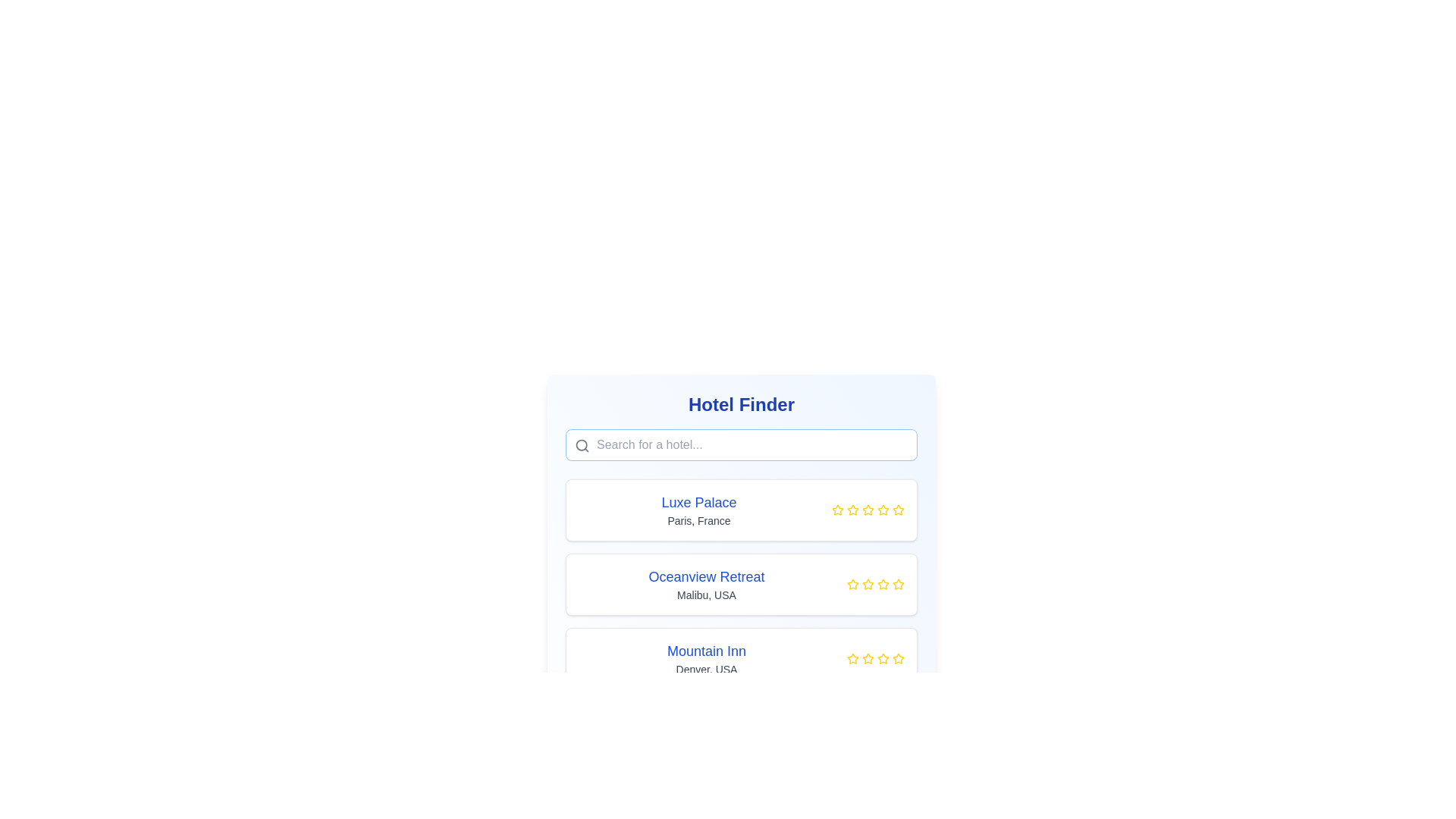 This screenshot has height=819, width=1456. What do you see at coordinates (883, 510) in the screenshot?
I see `the fifth star-shaped icon in yellow for the 'Luxe Palace' hotel entry` at bounding box center [883, 510].